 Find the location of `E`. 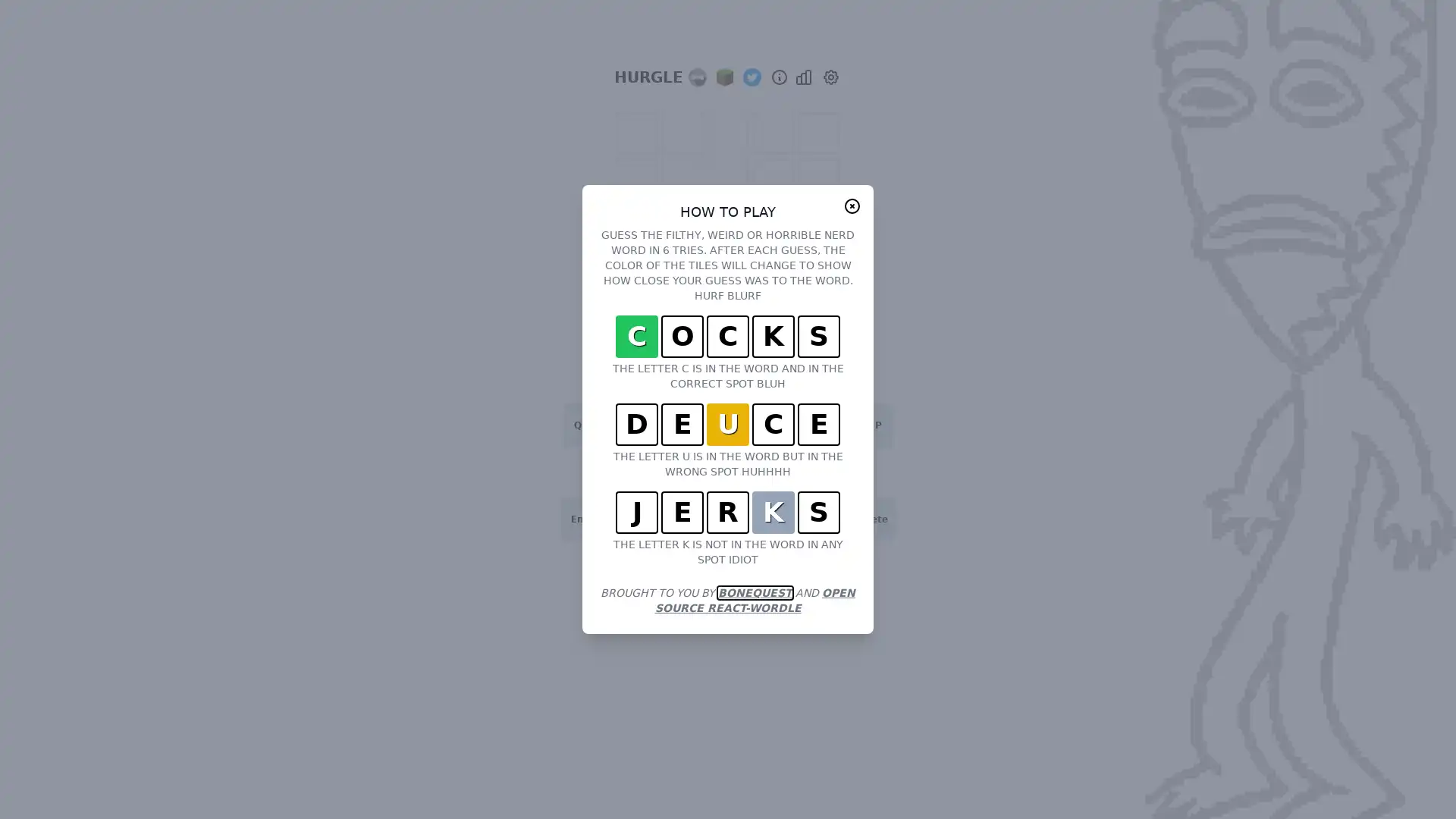

E is located at coordinates (644, 425).